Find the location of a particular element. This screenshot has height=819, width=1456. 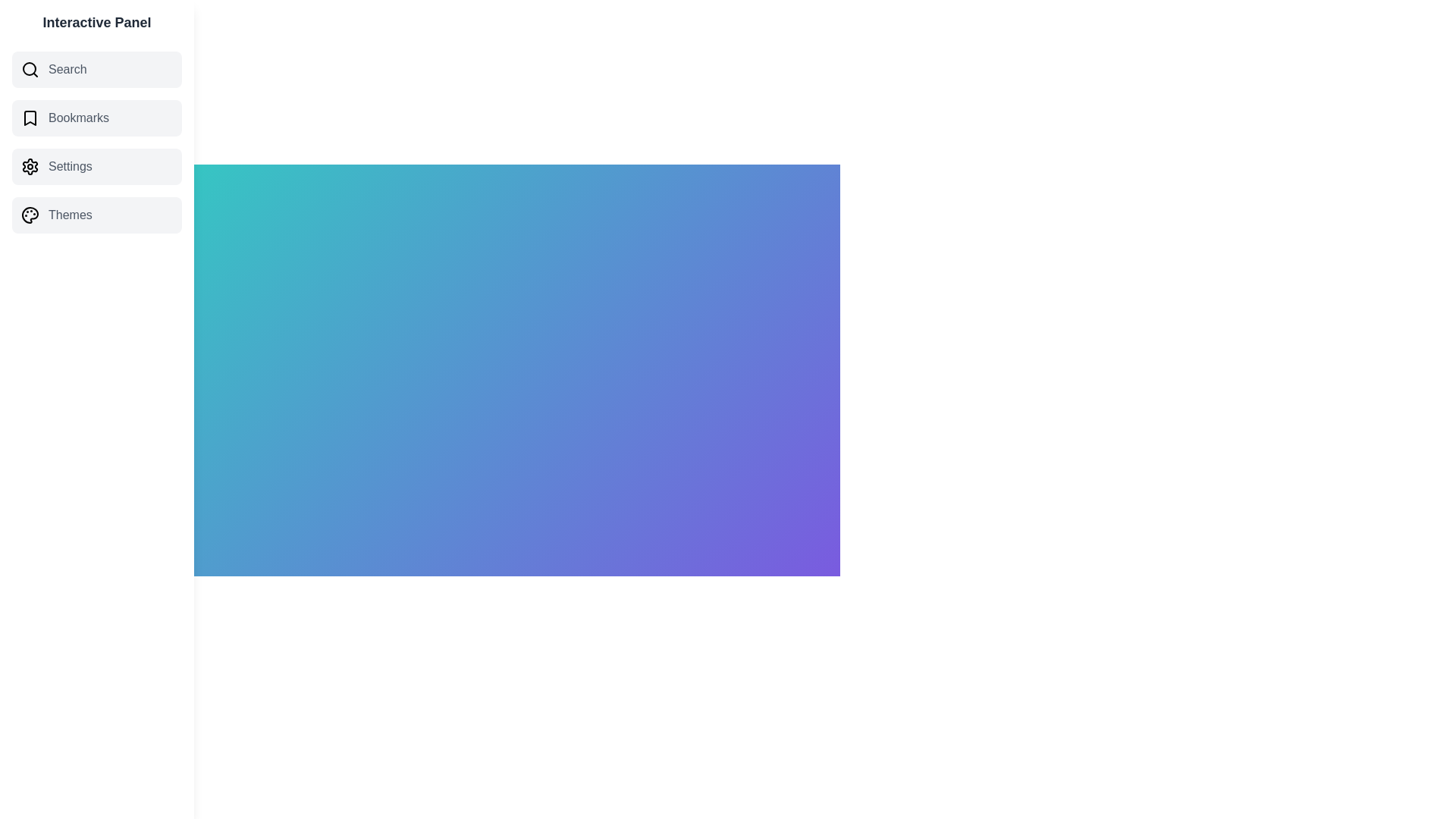

the category item Themes to see its hover effect is located at coordinates (96, 215).